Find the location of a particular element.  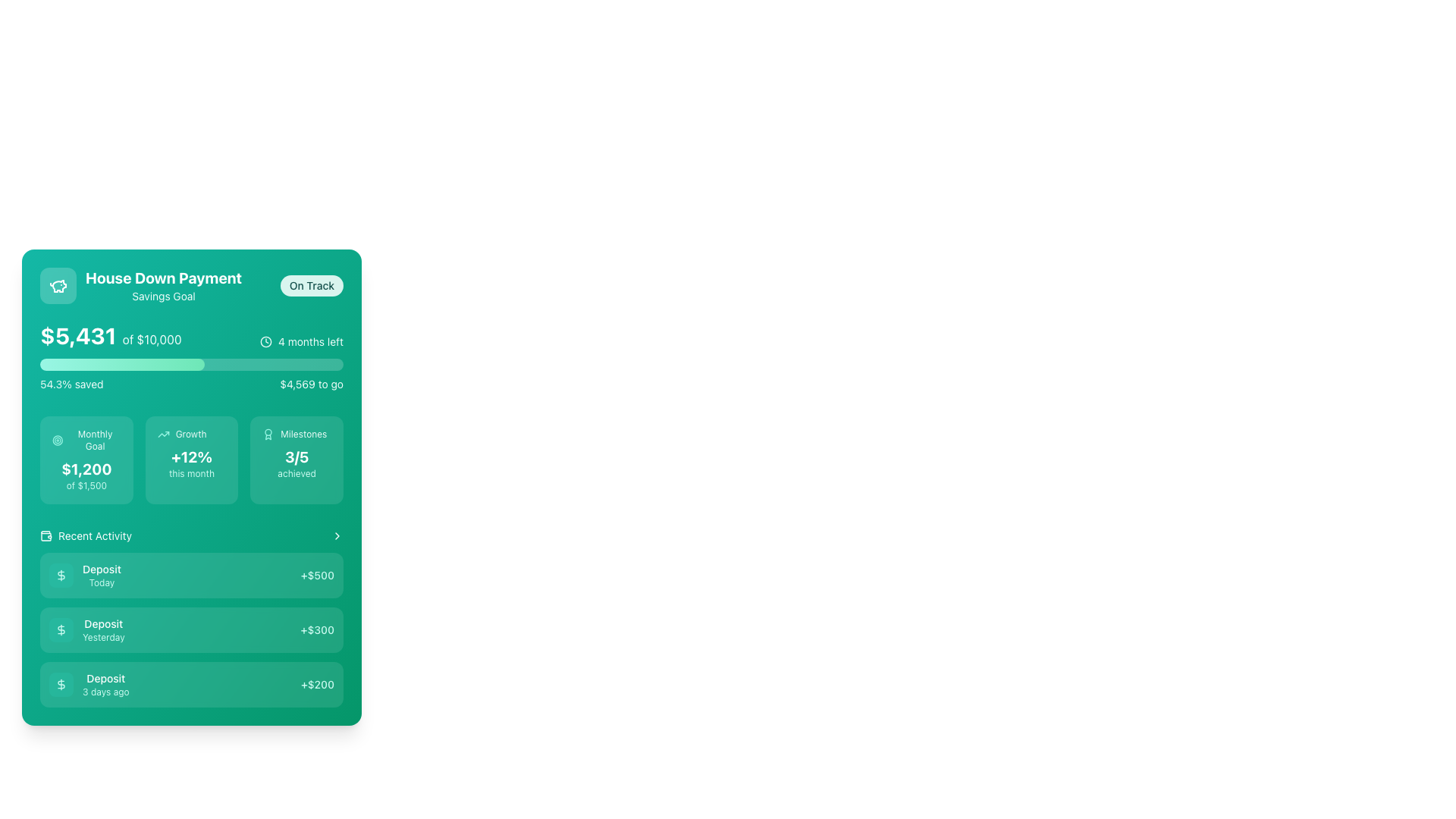

the third log entry for a deposit transaction in the 'Recent Activity' section, which shows details of a deposit that occurred 3 days ago is located at coordinates (191, 684).